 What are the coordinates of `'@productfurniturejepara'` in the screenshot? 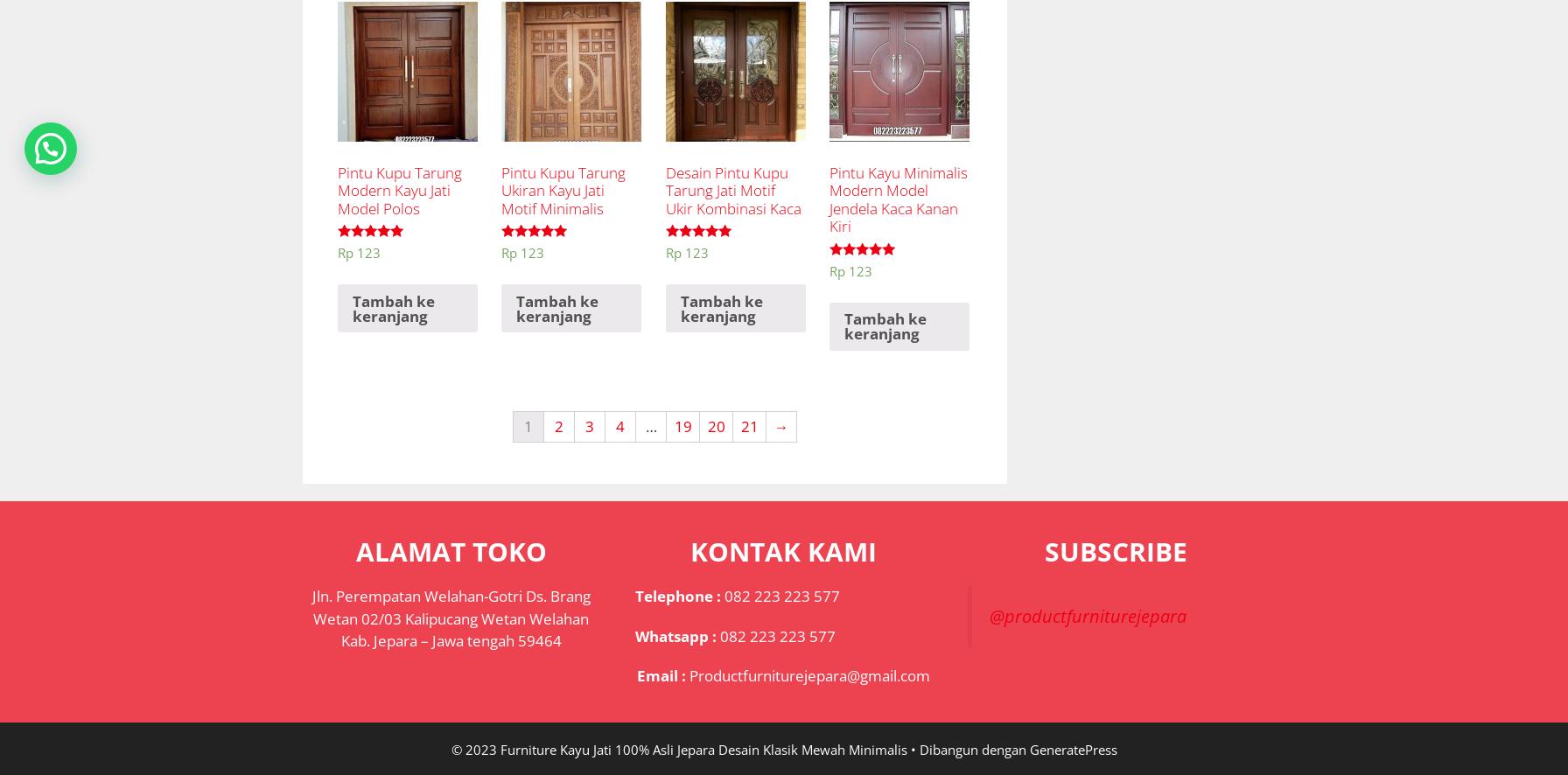 It's located at (1087, 615).